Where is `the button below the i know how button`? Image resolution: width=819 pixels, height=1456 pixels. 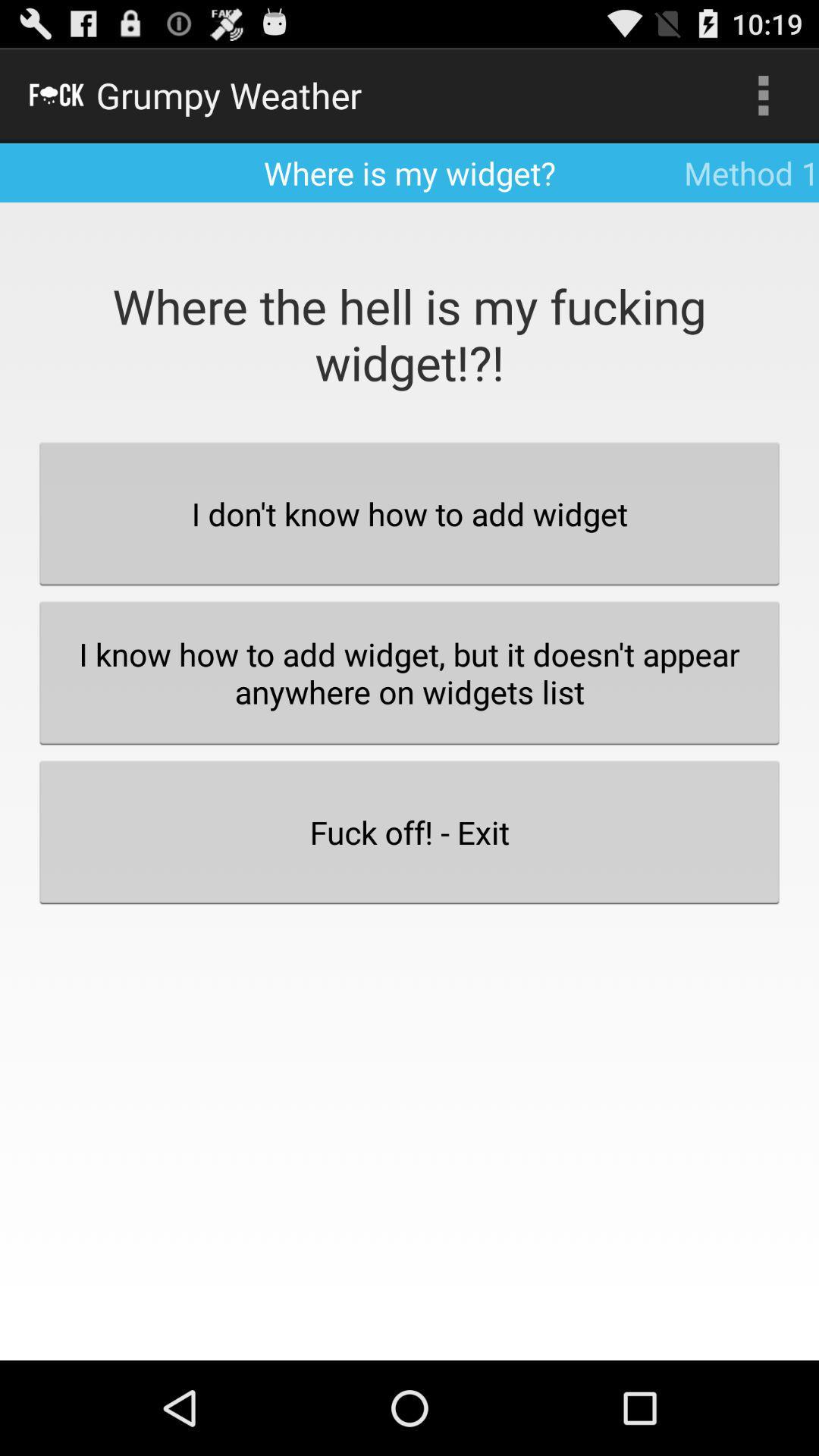
the button below the i know how button is located at coordinates (409, 831).